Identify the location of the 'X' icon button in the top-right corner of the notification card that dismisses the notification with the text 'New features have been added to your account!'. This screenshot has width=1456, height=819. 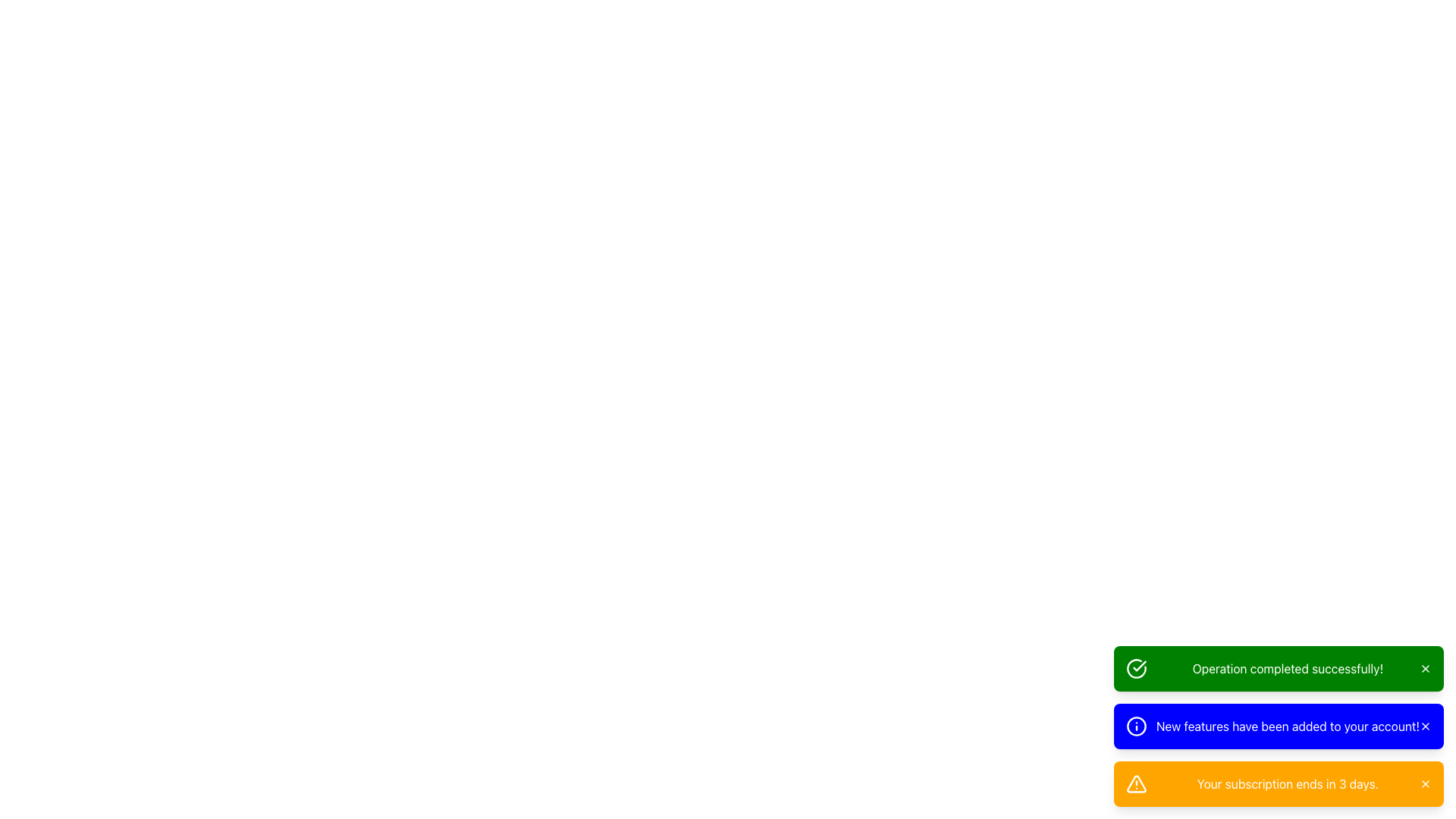
(1425, 725).